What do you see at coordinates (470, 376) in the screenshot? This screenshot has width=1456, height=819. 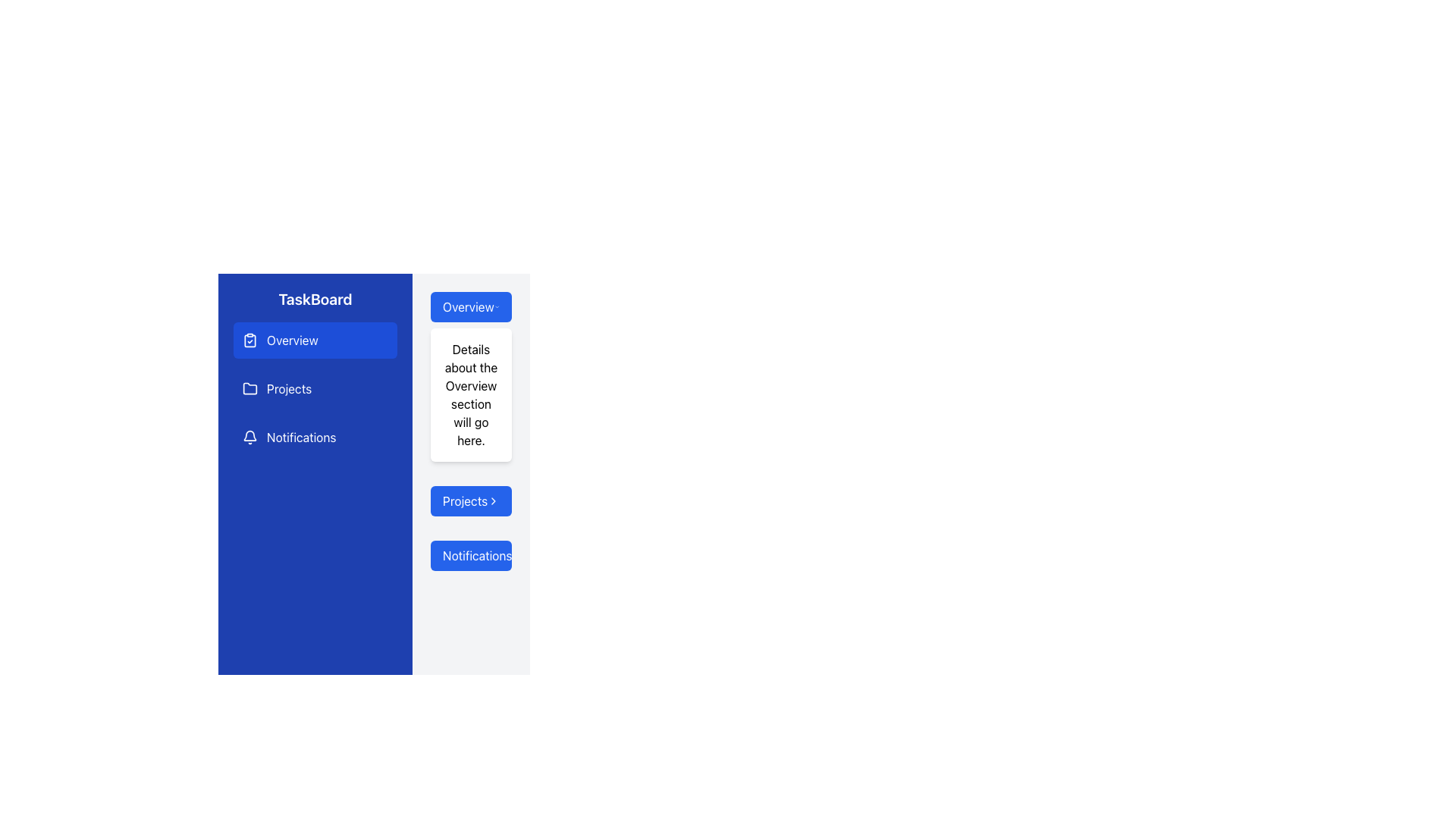 I see `descriptive text of the 'Overview' section header located to the right of the navigation sidebar labeled 'TaskBoard'` at bounding box center [470, 376].